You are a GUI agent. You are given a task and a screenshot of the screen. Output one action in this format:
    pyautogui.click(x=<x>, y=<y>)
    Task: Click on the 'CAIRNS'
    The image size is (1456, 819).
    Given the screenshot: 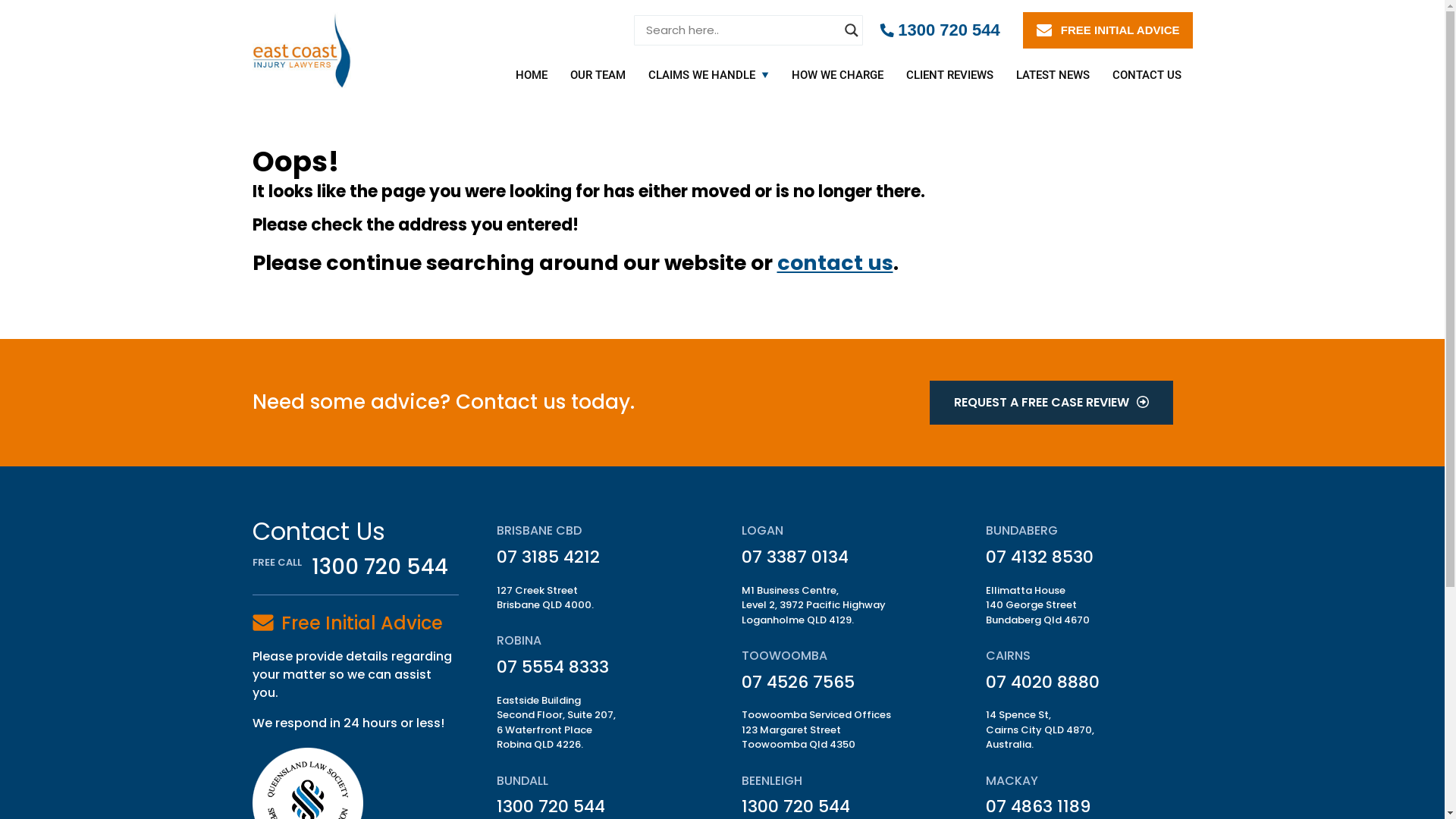 What is the action you would take?
    pyautogui.click(x=1008, y=654)
    